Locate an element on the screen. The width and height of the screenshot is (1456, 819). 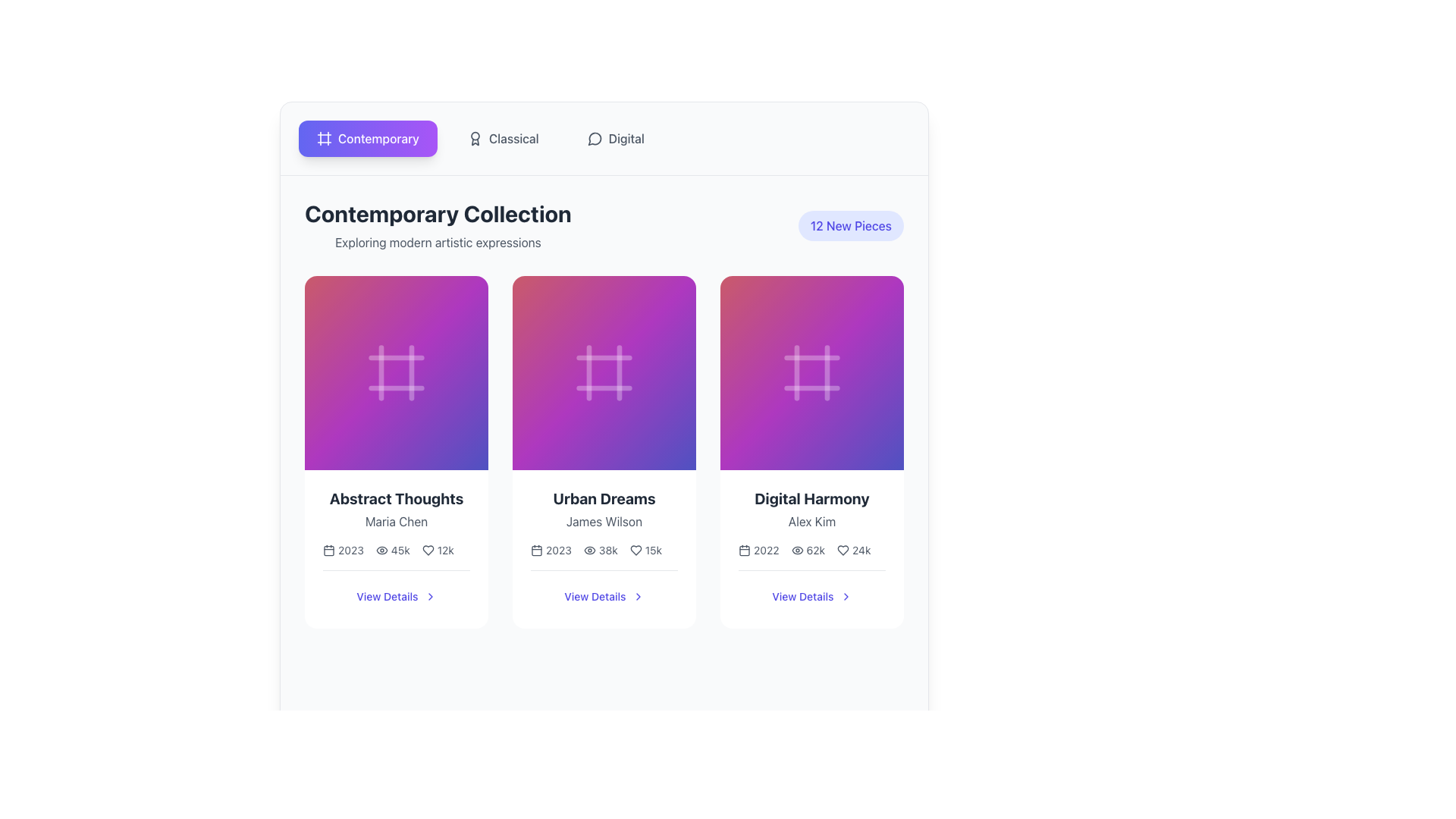
displayed statistics from the Text element summarizing the collection's year, view count, and like count, located centrally below the title 'Abstract Thoughts' by 'Maria Chen' is located at coordinates (397, 550).